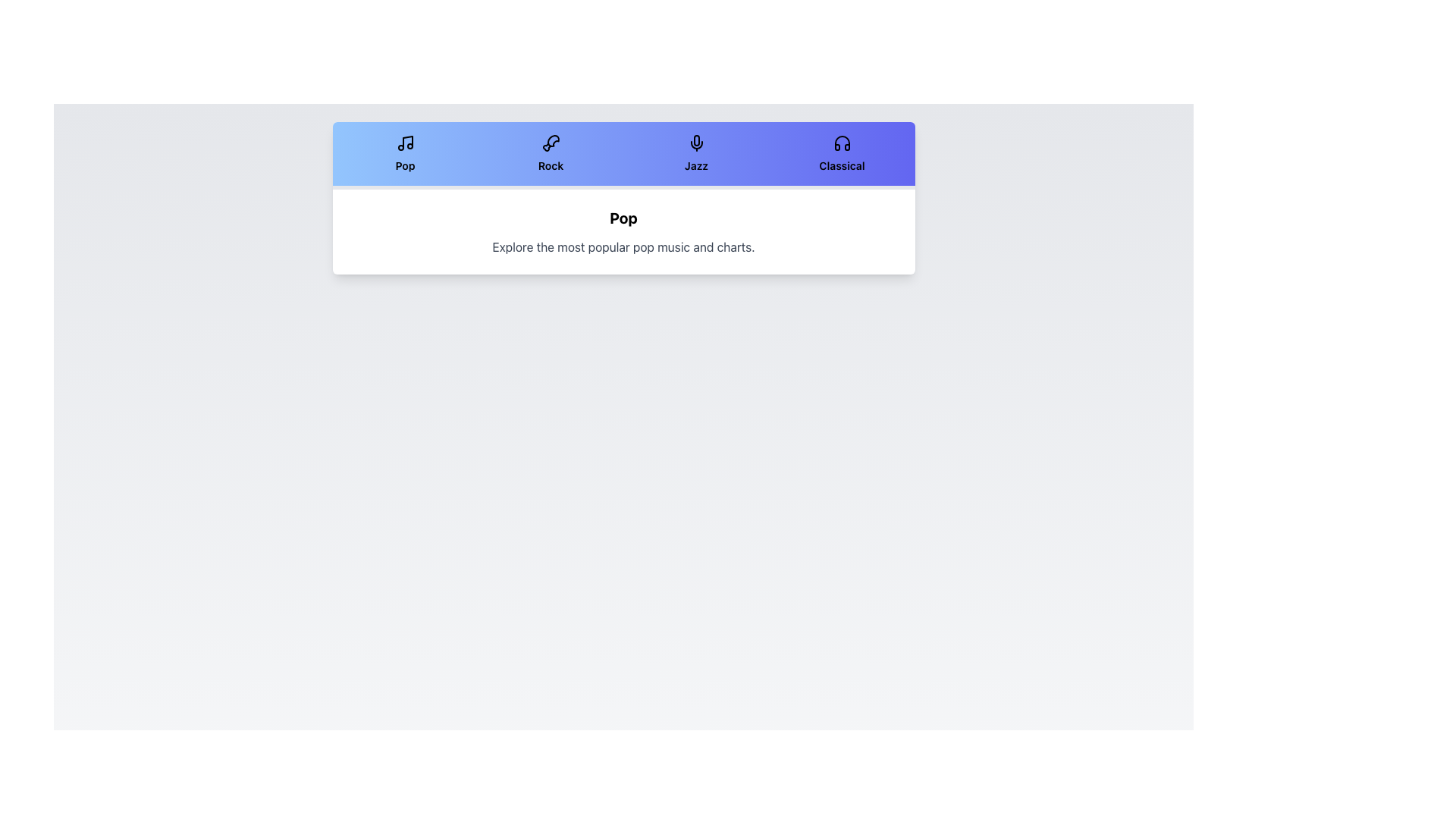 The image size is (1456, 819). Describe the element at coordinates (552, 140) in the screenshot. I see `the icon representing the 'Rock' tab in the navigation menu` at that location.